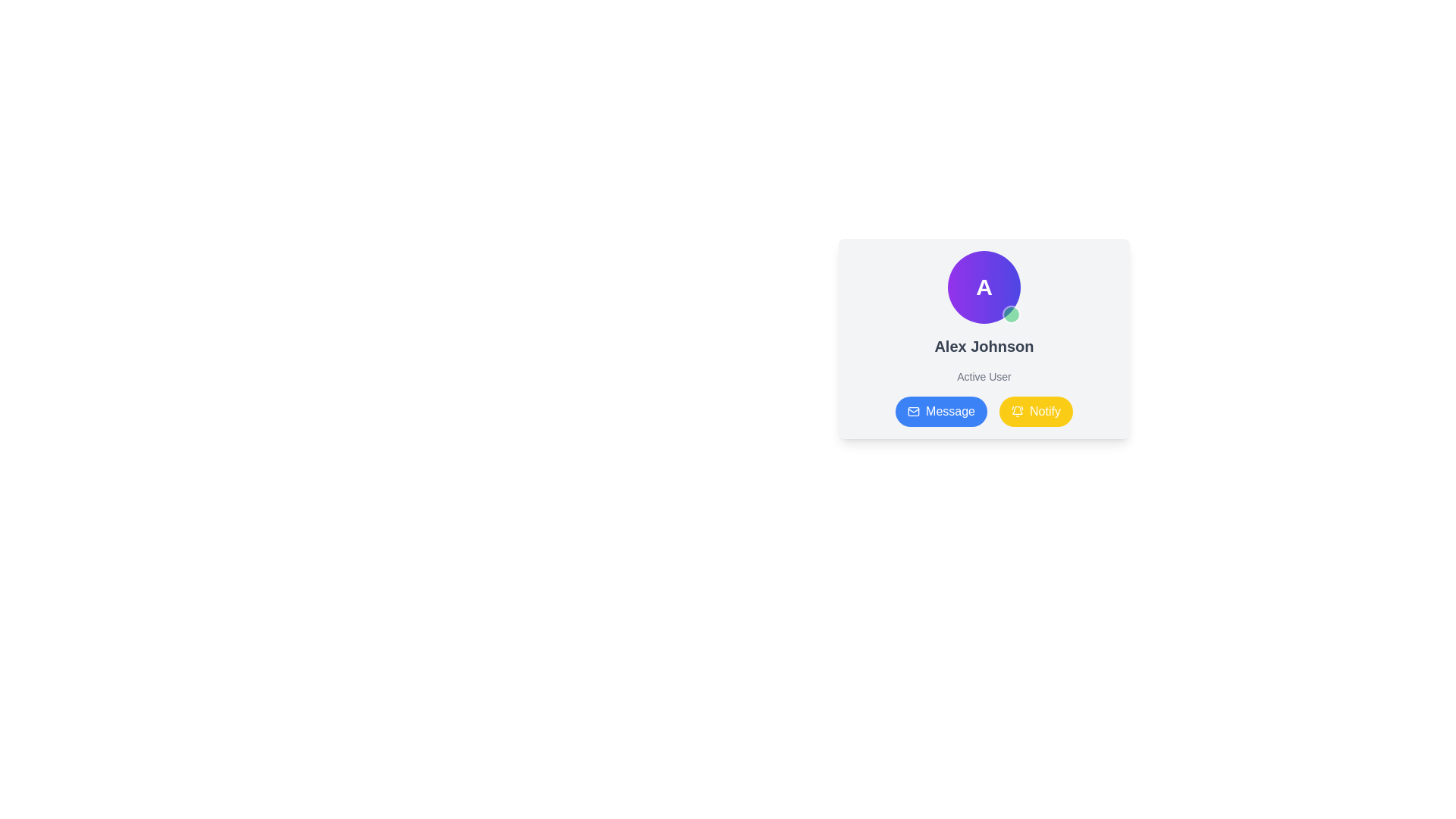  I want to click on the circular profile indicator icon featuring a bold letter 'A' and a green status indicator, located at the top-right section of the profile card interface, so click(984, 287).